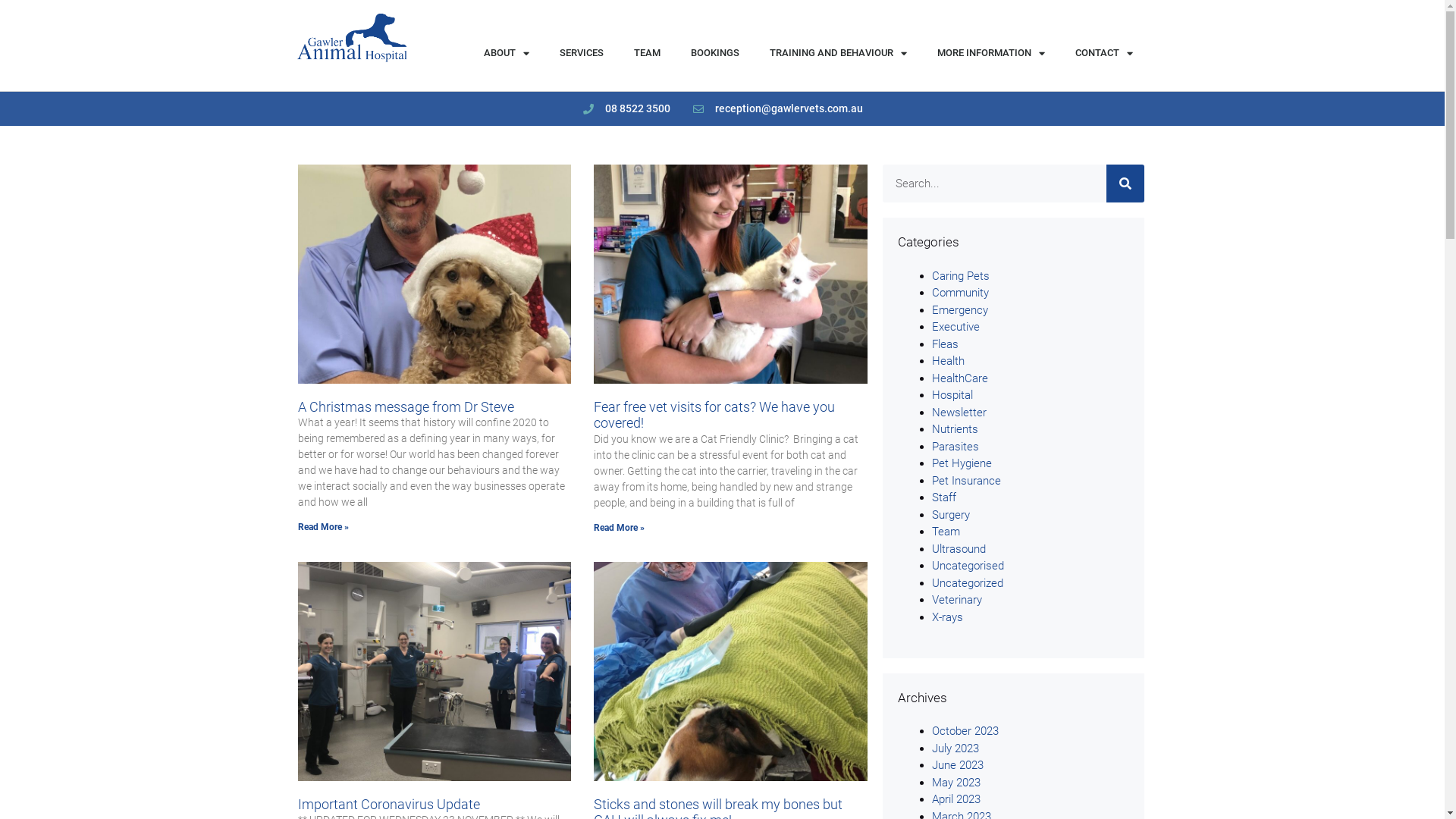 The image size is (1456, 819). I want to click on 'BOOKINGS', so click(714, 52).